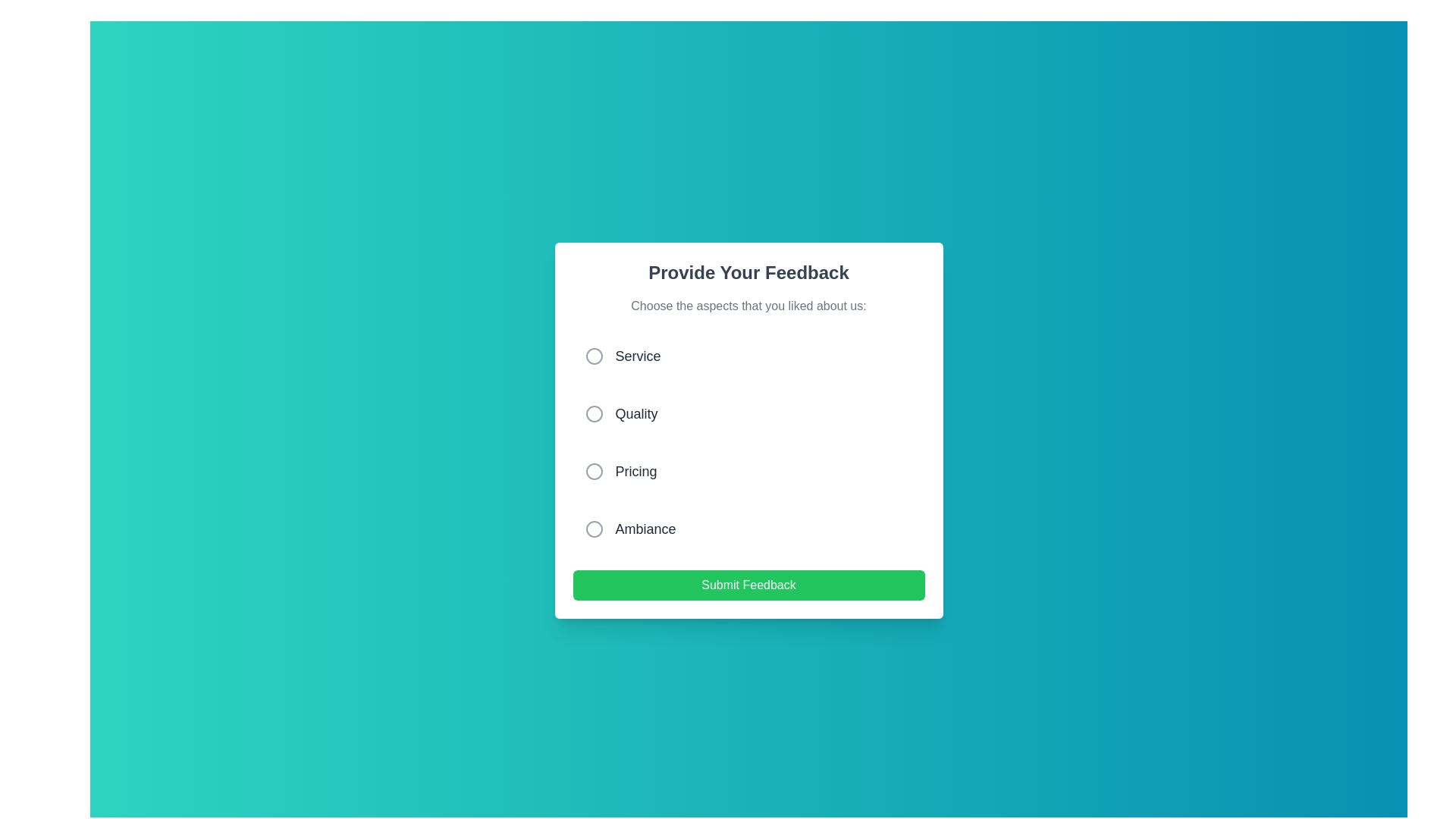 This screenshot has width=1456, height=819. I want to click on the aspect row corresponding to Ambiance, so click(748, 529).